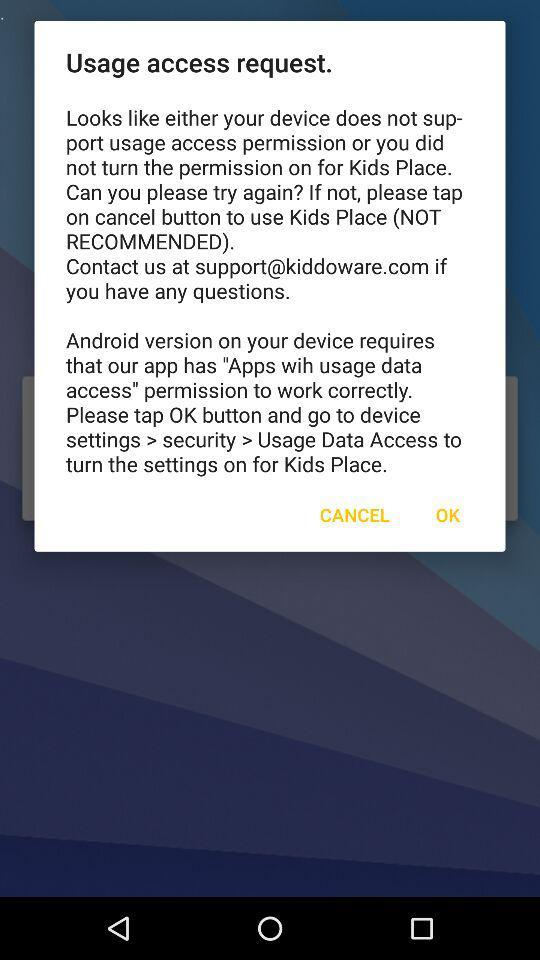 This screenshot has height=960, width=540. Describe the element at coordinates (447, 513) in the screenshot. I see `ok` at that location.